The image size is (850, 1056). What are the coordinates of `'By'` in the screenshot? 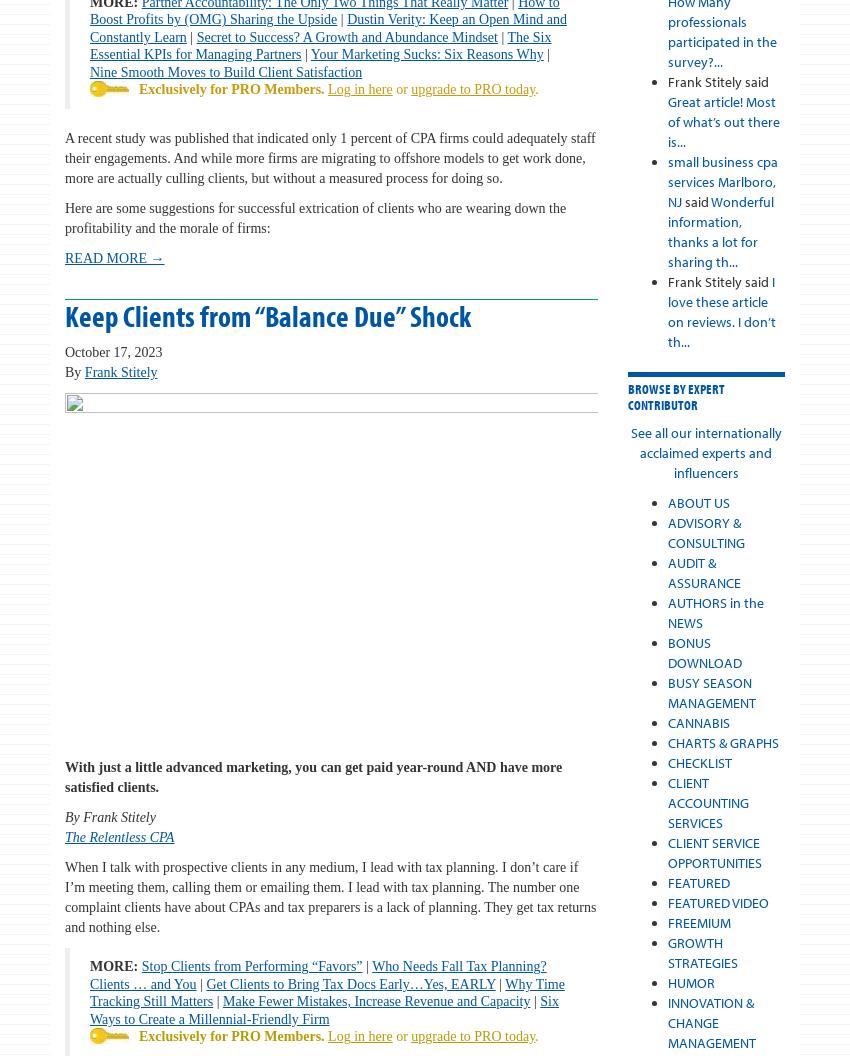 It's located at (65, 370).